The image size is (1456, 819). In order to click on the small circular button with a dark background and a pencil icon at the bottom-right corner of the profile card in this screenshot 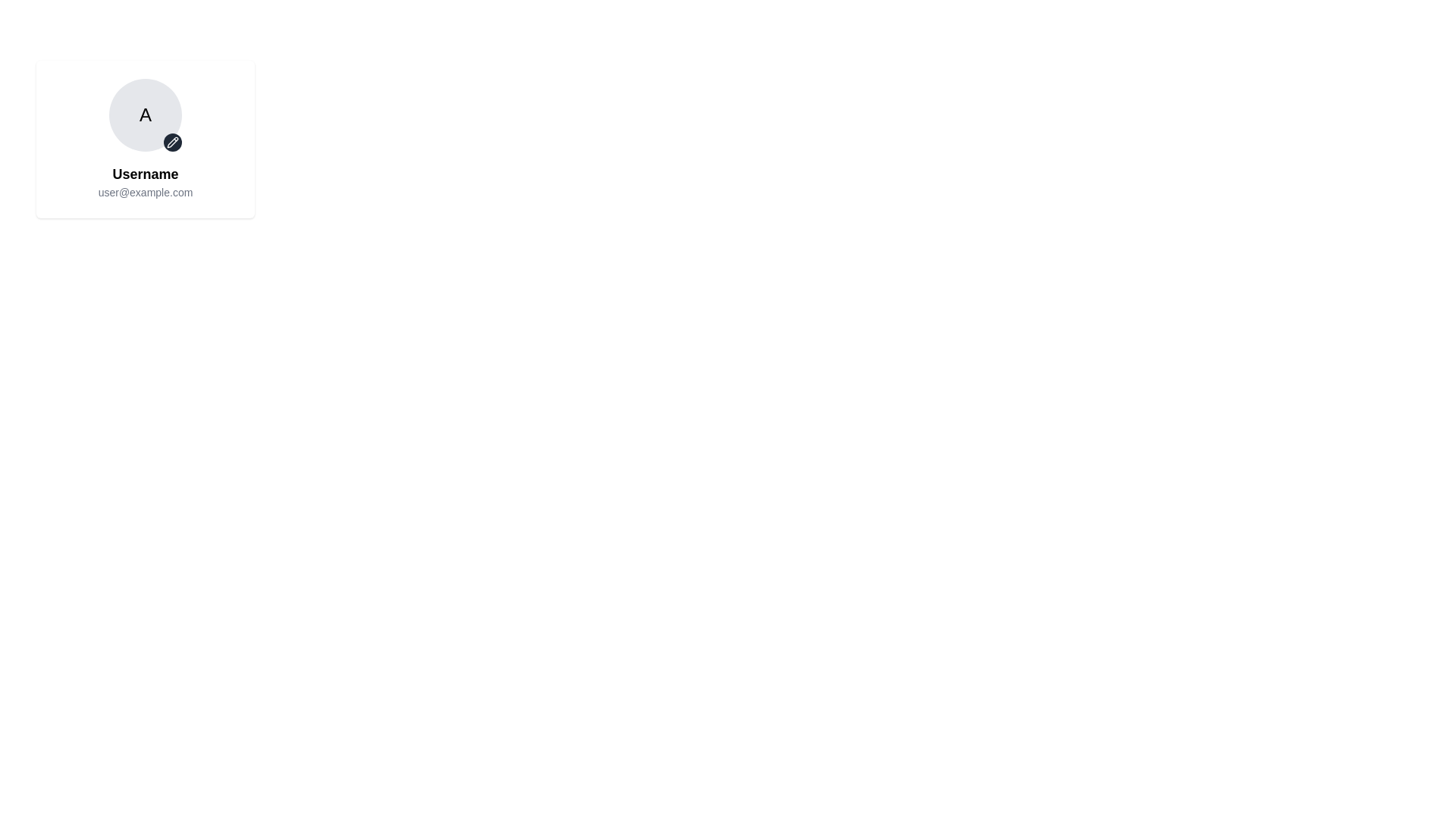, I will do `click(172, 143)`.